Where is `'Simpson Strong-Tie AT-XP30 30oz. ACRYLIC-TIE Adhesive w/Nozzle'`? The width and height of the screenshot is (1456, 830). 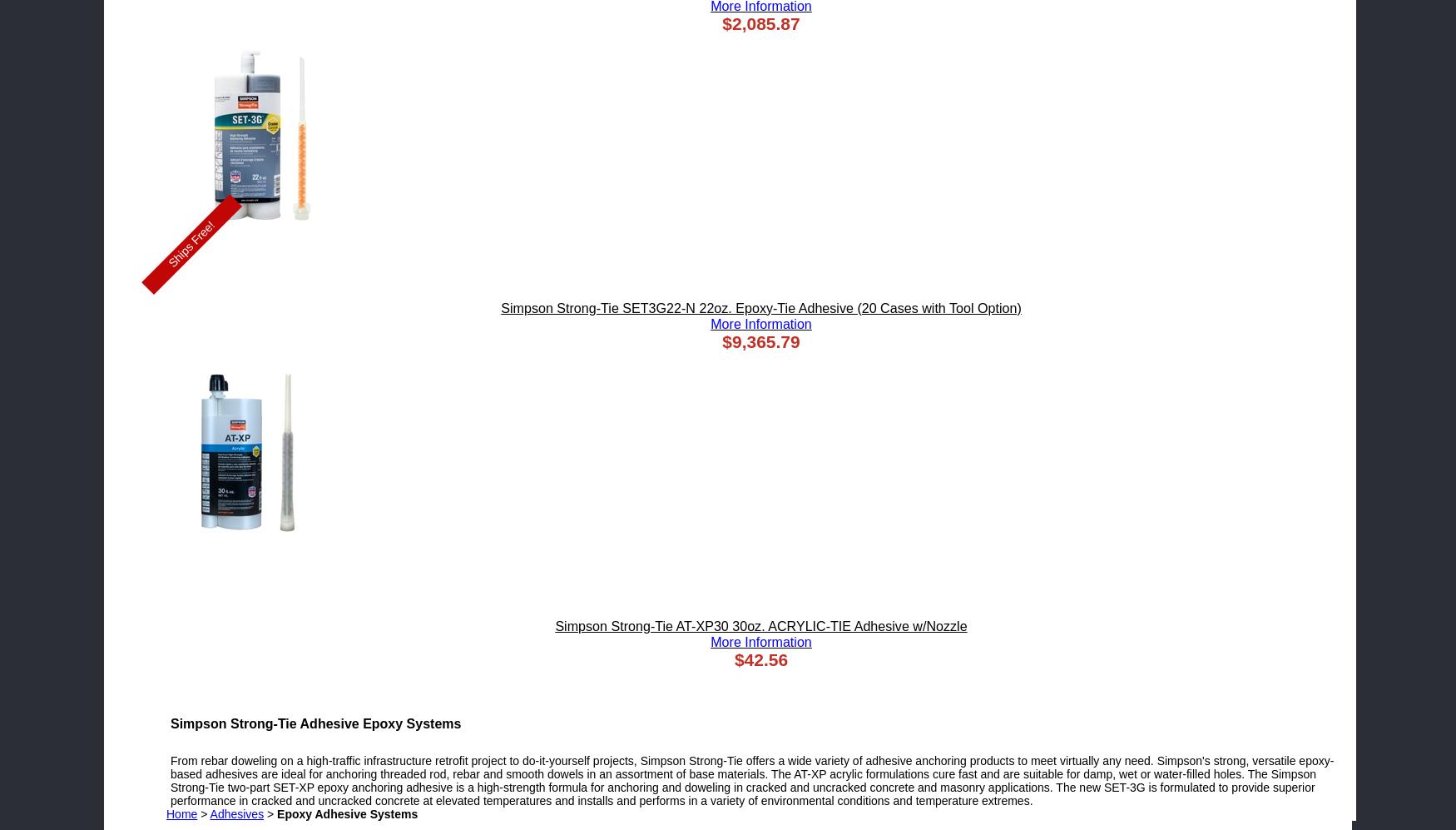
'Simpson Strong-Tie AT-XP30 30oz. ACRYLIC-TIE Adhesive w/Nozzle' is located at coordinates (760, 625).